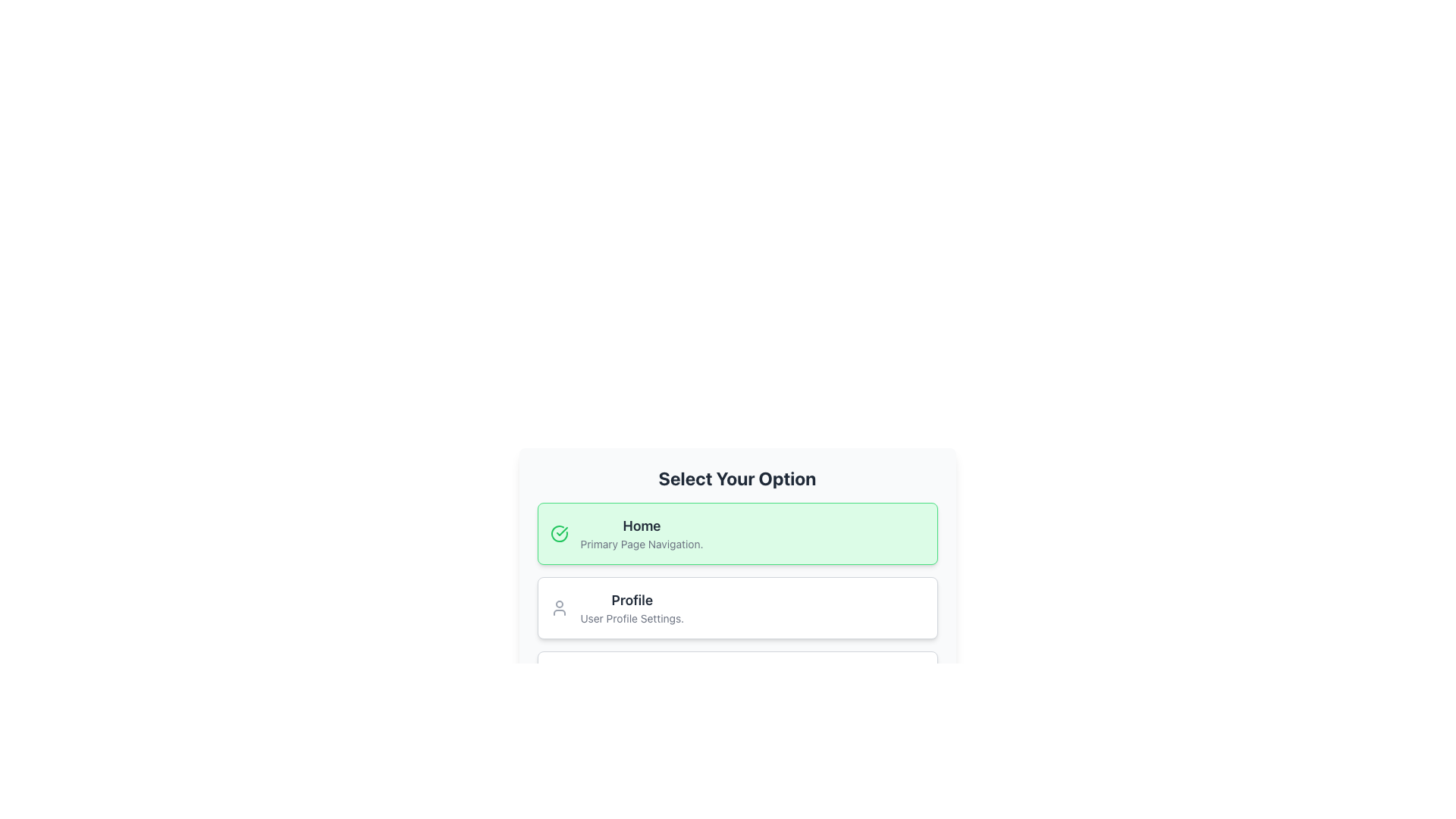  Describe the element at coordinates (737, 533) in the screenshot. I see `the navigational button located directly above the 'Profile' button in the list of options under the heading 'Select Your Option'` at that location.